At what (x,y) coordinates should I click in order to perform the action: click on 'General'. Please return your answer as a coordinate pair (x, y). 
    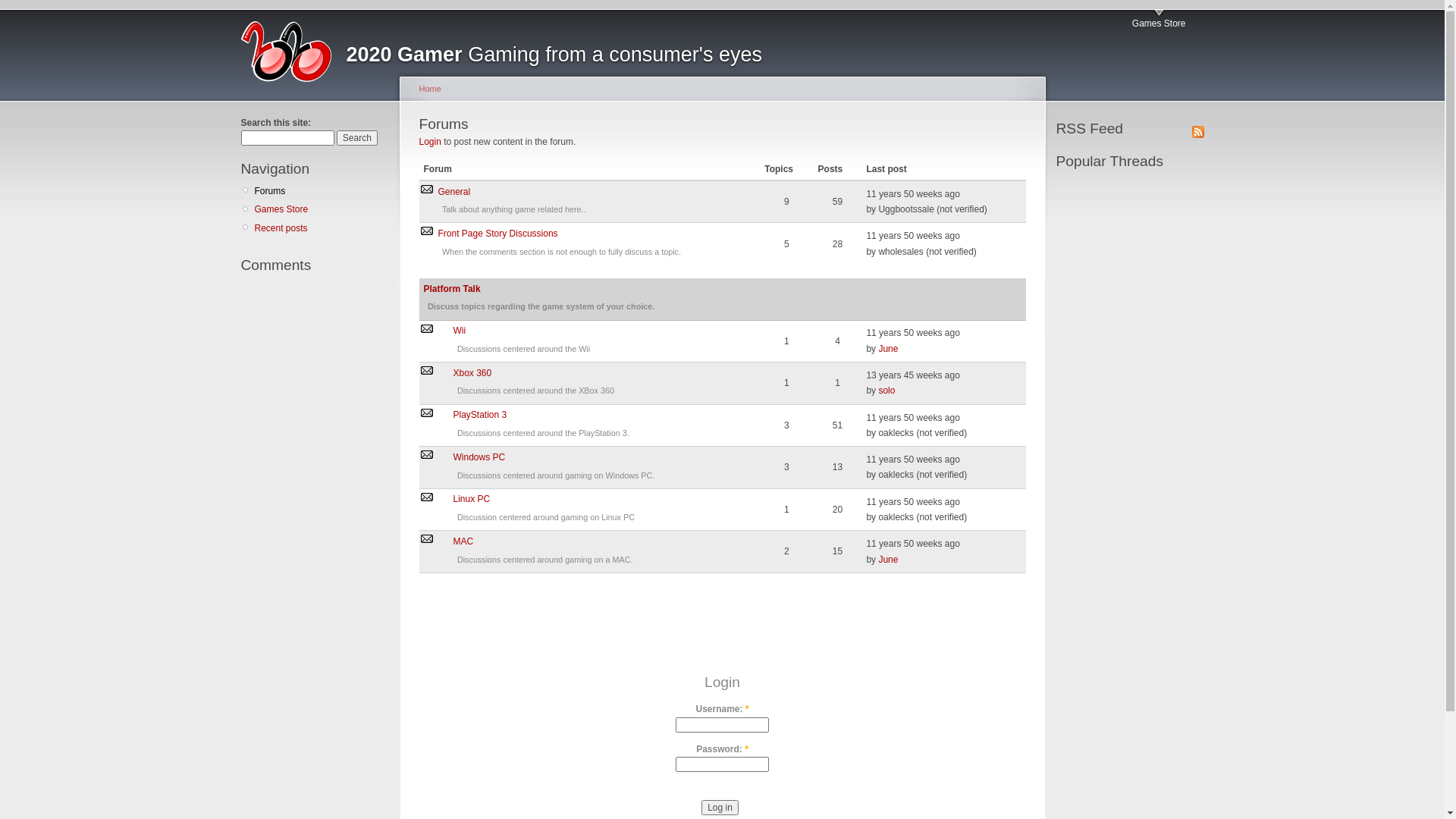
    Looking at the image, I should click on (453, 191).